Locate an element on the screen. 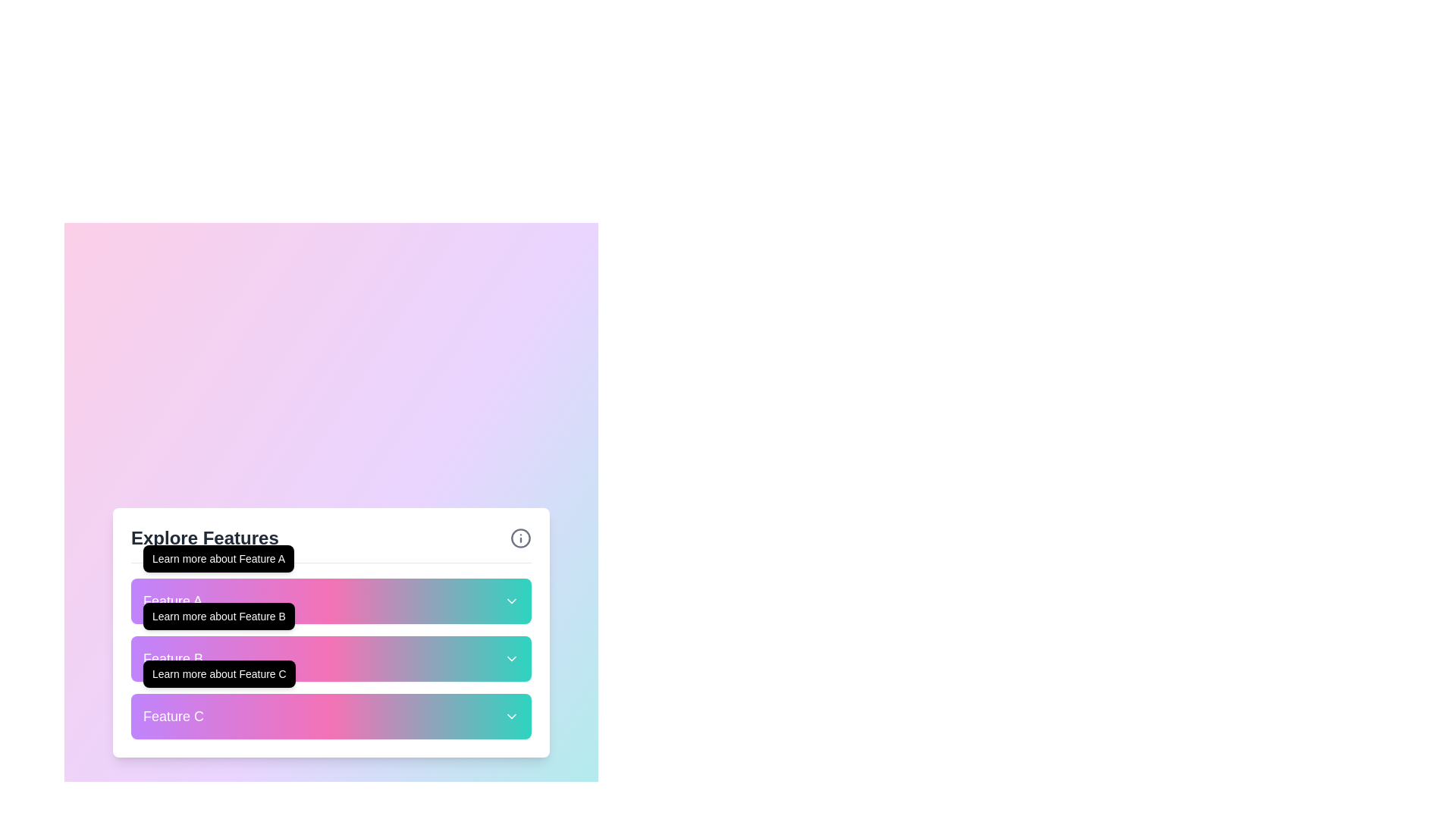 Image resolution: width=1456 pixels, height=819 pixels. bold text label that says 'Explore Features', which is styled prominently in dark gray and located near the top of a card interface is located at coordinates (204, 537).